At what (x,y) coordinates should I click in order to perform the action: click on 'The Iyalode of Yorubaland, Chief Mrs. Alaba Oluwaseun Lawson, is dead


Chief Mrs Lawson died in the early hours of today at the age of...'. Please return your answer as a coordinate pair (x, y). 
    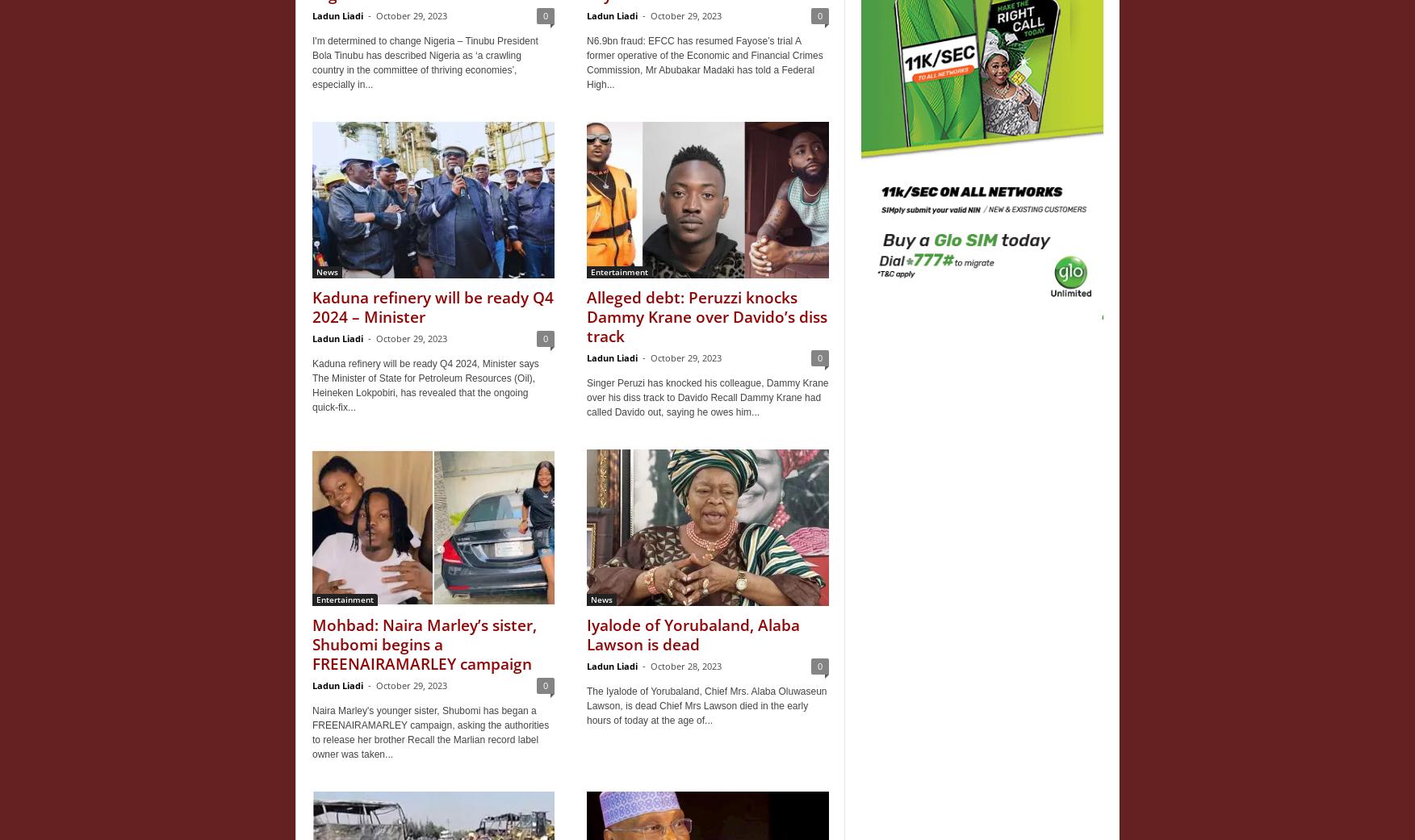
    Looking at the image, I should click on (706, 704).